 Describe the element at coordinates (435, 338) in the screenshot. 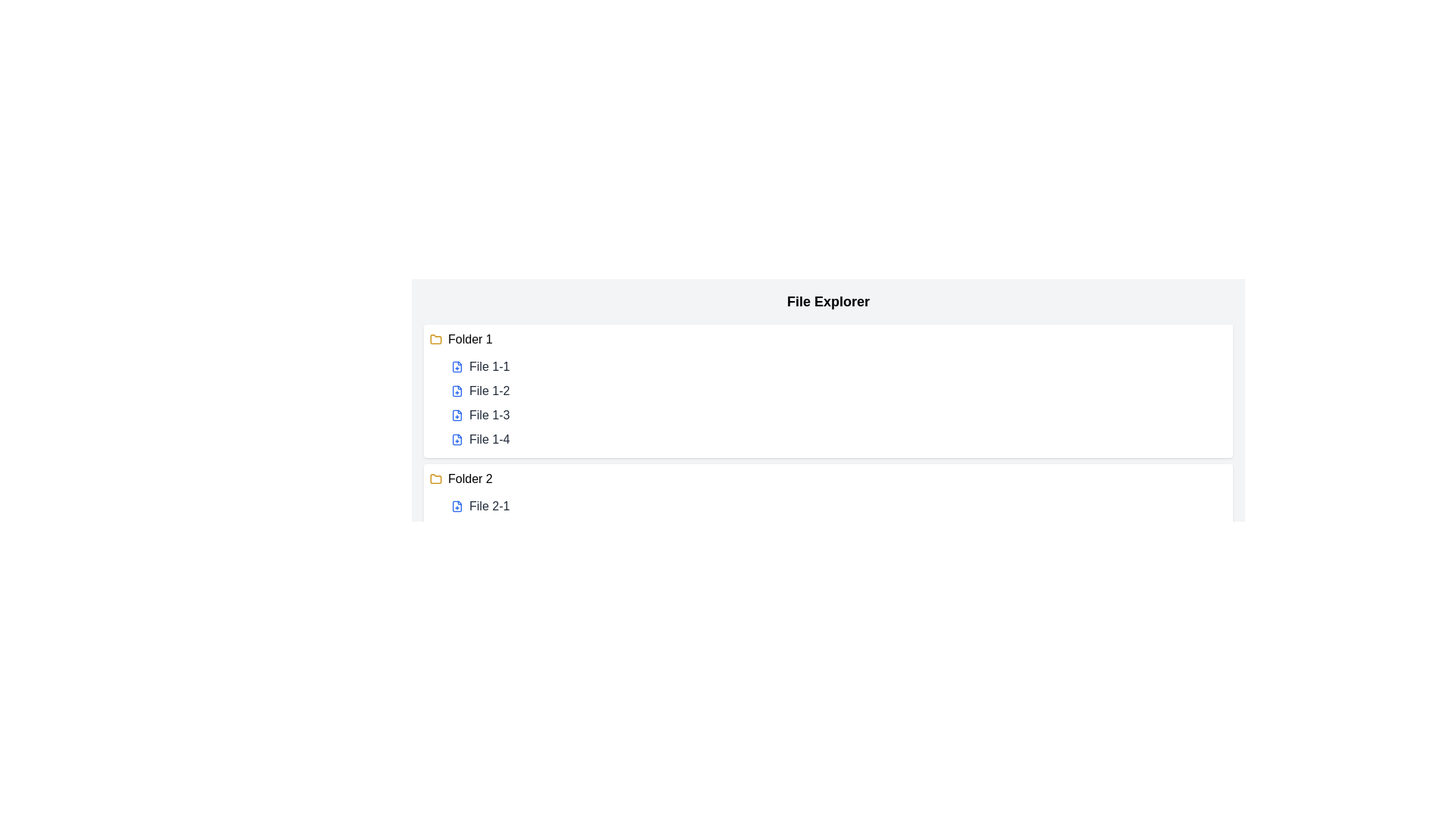

I see `the folder icon located at the top entry of the file list, which is the leftmost component in the row labeled 'Folder 1'` at that location.